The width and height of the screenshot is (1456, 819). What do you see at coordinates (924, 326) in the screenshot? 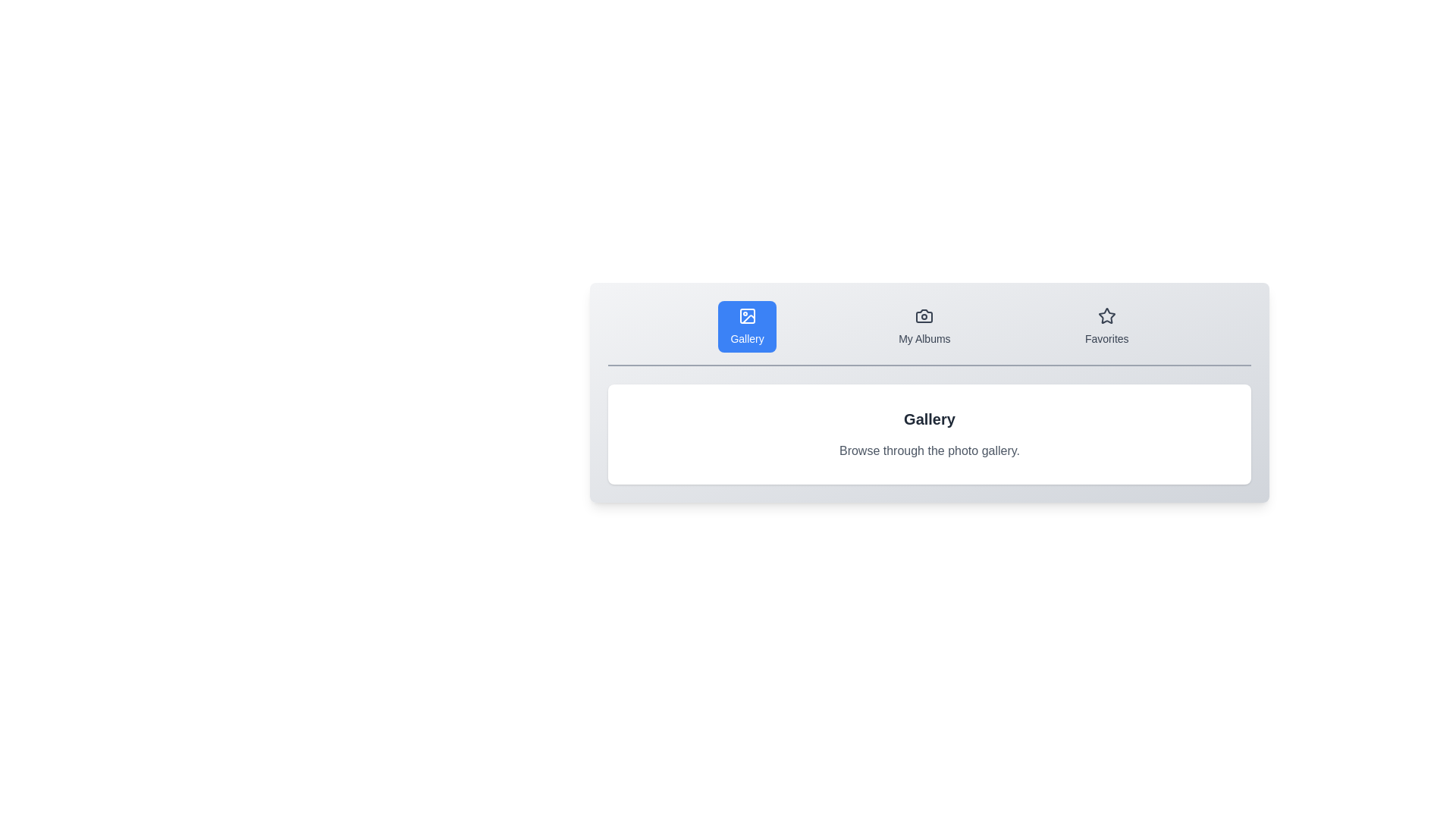
I see `the tab labeled 'My Albums' to observe its icon and title` at bounding box center [924, 326].